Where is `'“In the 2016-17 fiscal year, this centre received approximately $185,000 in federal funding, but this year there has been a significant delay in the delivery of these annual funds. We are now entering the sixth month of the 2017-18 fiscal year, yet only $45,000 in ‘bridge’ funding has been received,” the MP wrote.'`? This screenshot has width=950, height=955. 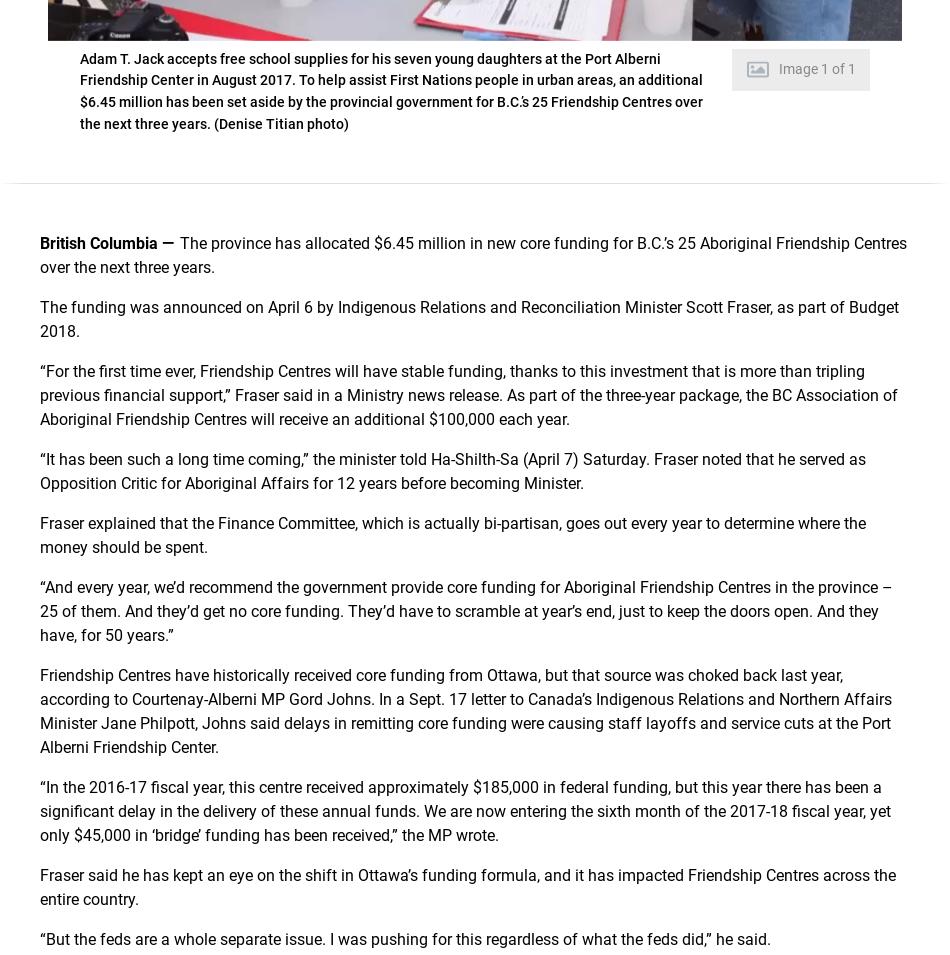
'“In the 2016-17 fiscal year, this centre received approximately $185,000 in federal funding, but this year there has been a significant delay in the delivery of these annual funds. We are now entering the sixth month of the 2017-18 fiscal year, yet only $45,000 in ‘bridge’ funding has been received,” the MP wrote.' is located at coordinates (464, 811).